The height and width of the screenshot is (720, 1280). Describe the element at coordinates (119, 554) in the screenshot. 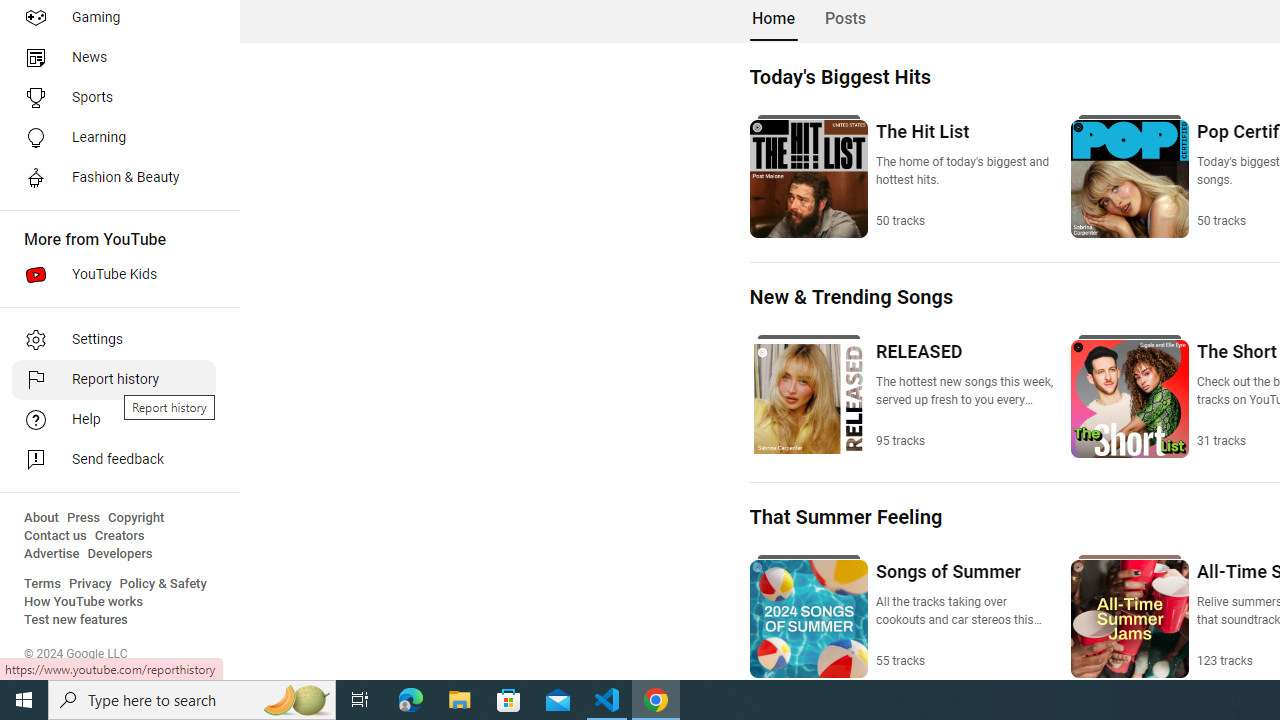

I see `'Developers'` at that location.